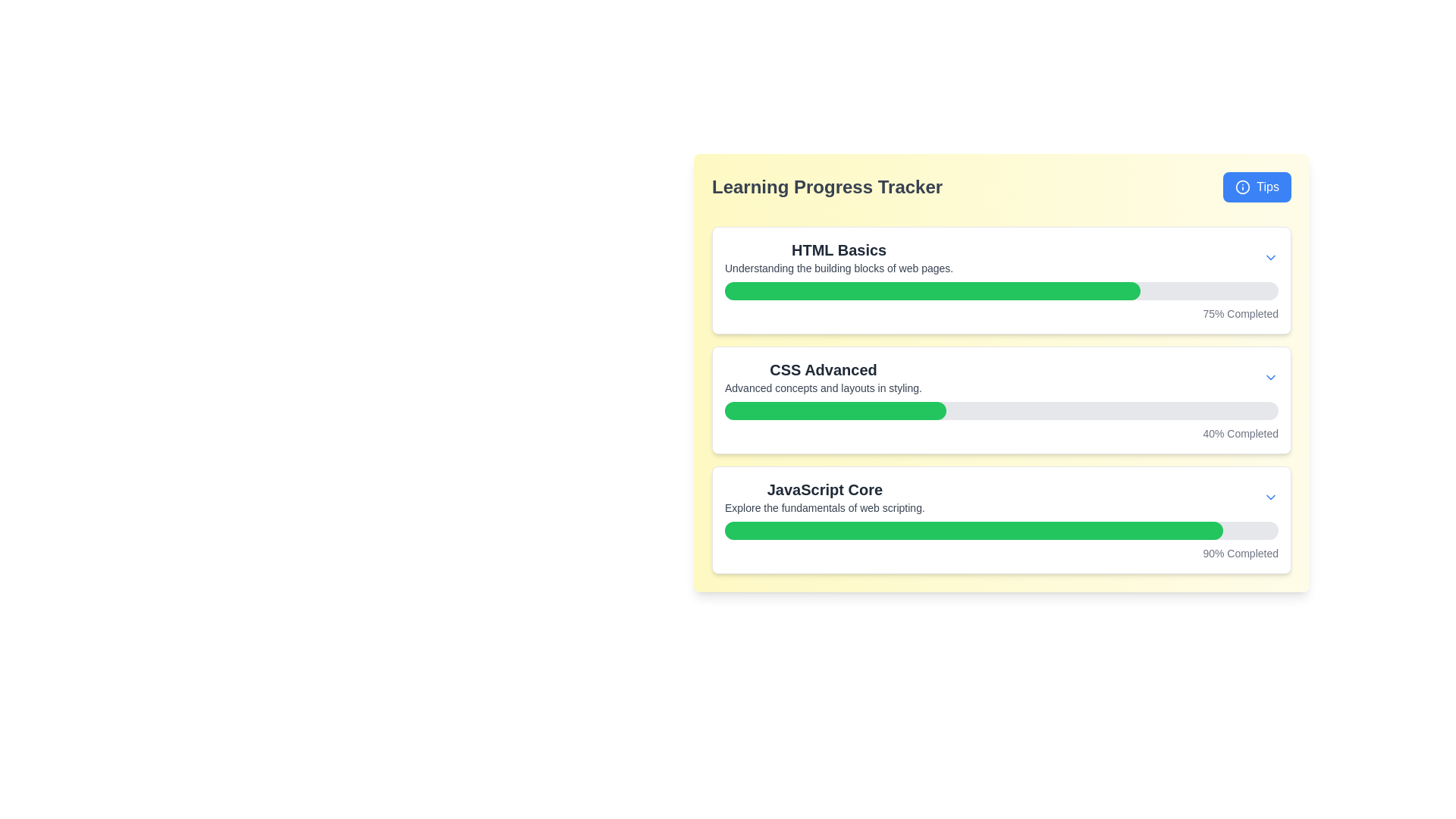  What do you see at coordinates (1001, 411) in the screenshot?
I see `progress bar that visually represents the user's progress in the 'CSS Advanced' course, indicating 40% completion` at bounding box center [1001, 411].